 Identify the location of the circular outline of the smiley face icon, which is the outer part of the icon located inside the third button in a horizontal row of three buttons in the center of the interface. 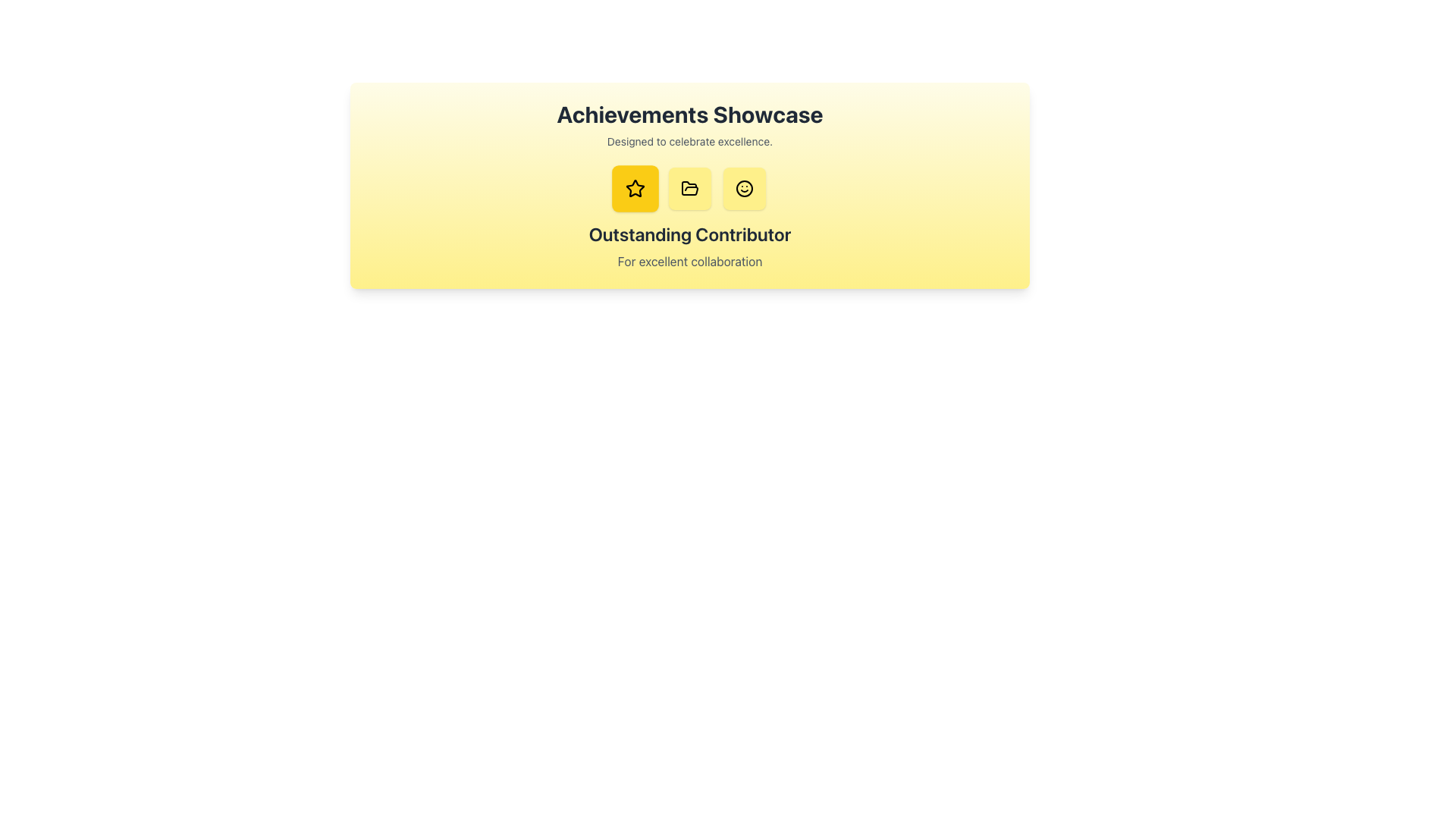
(745, 188).